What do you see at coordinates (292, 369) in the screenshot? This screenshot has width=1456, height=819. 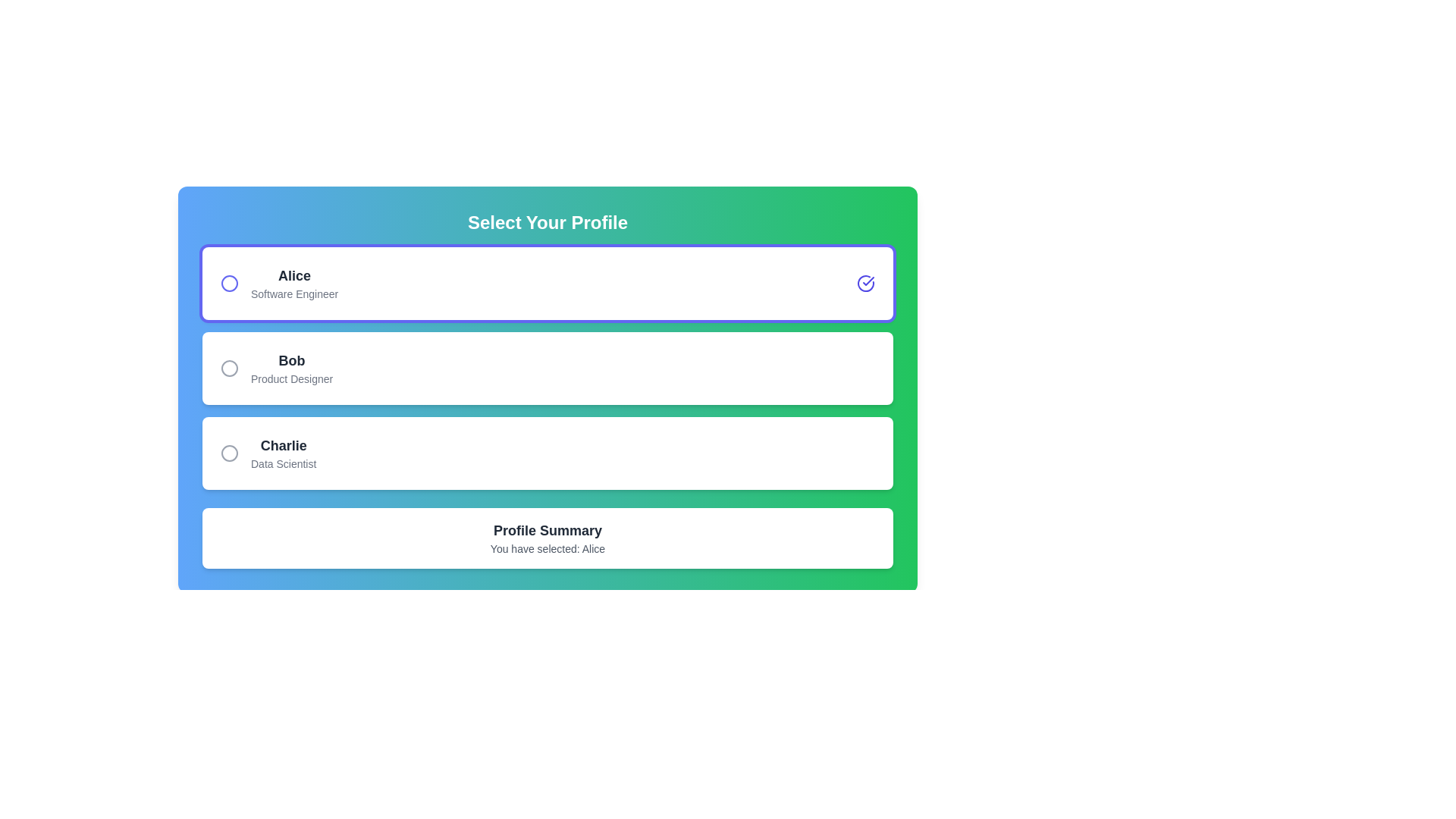 I see `the text label displaying 'Bob' and 'Product Designer', which is the second selectable profile option in the interface, located below the 'Alice' profile and above the 'Charlie' profile` at bounding box center [292, 369].